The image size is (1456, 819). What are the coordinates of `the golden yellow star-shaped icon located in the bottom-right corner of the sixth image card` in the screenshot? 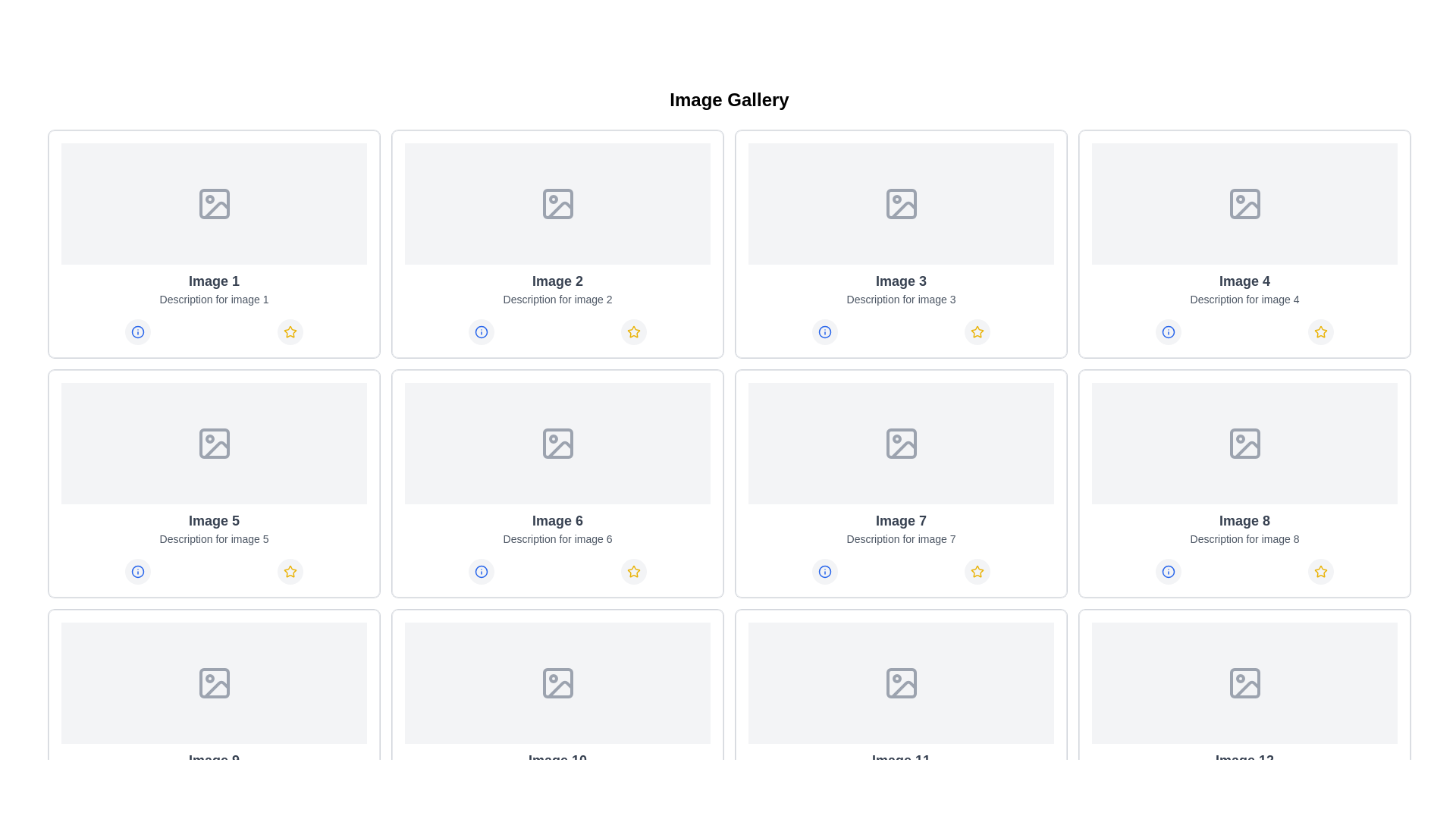 It's located at (634, 571).